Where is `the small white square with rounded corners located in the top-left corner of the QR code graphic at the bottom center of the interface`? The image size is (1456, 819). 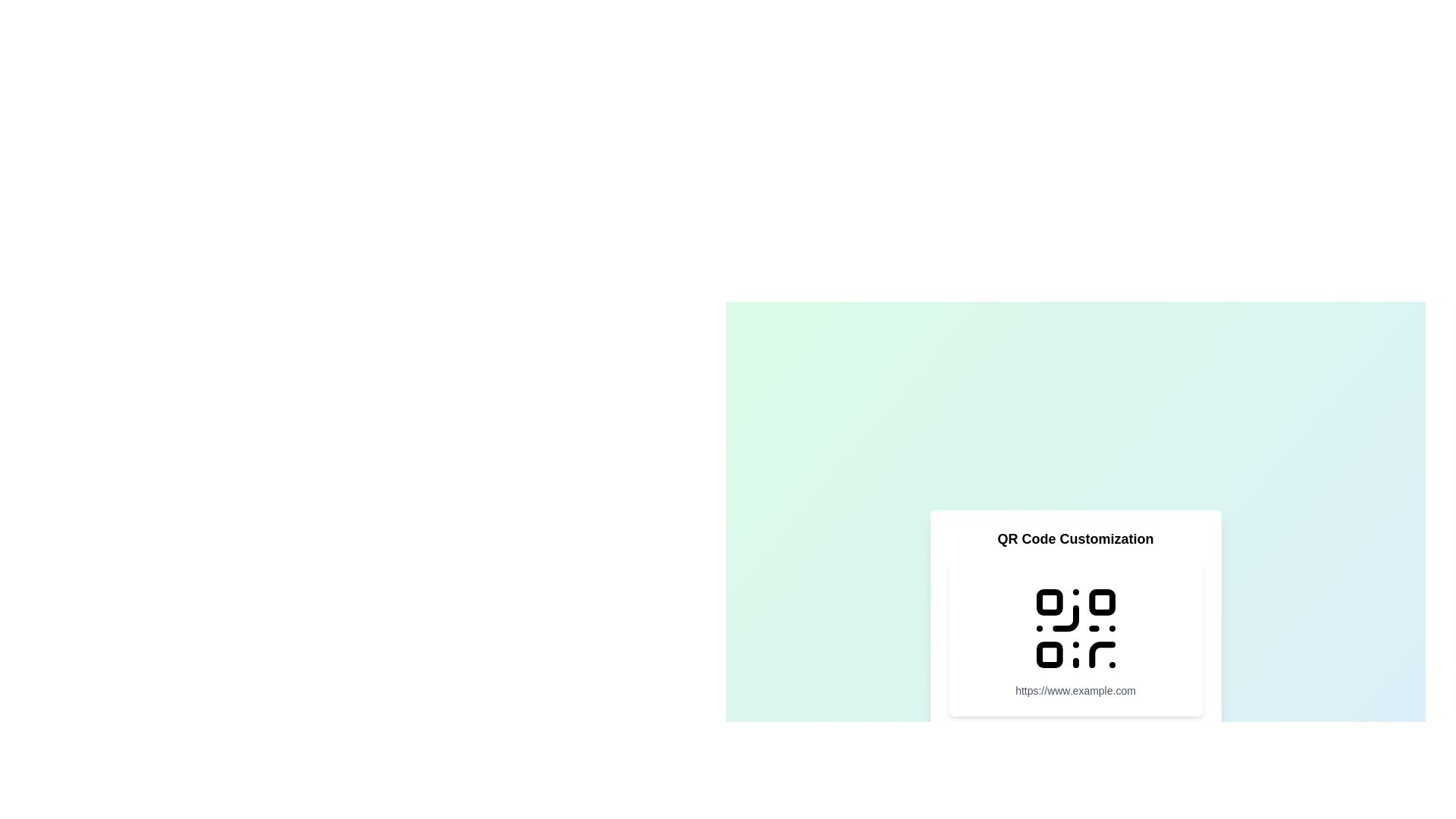
the small white square with rounded corners located in the top-left corner of the QR code graphic at the bottom center of the interface is located at coordinates (1048, 601).